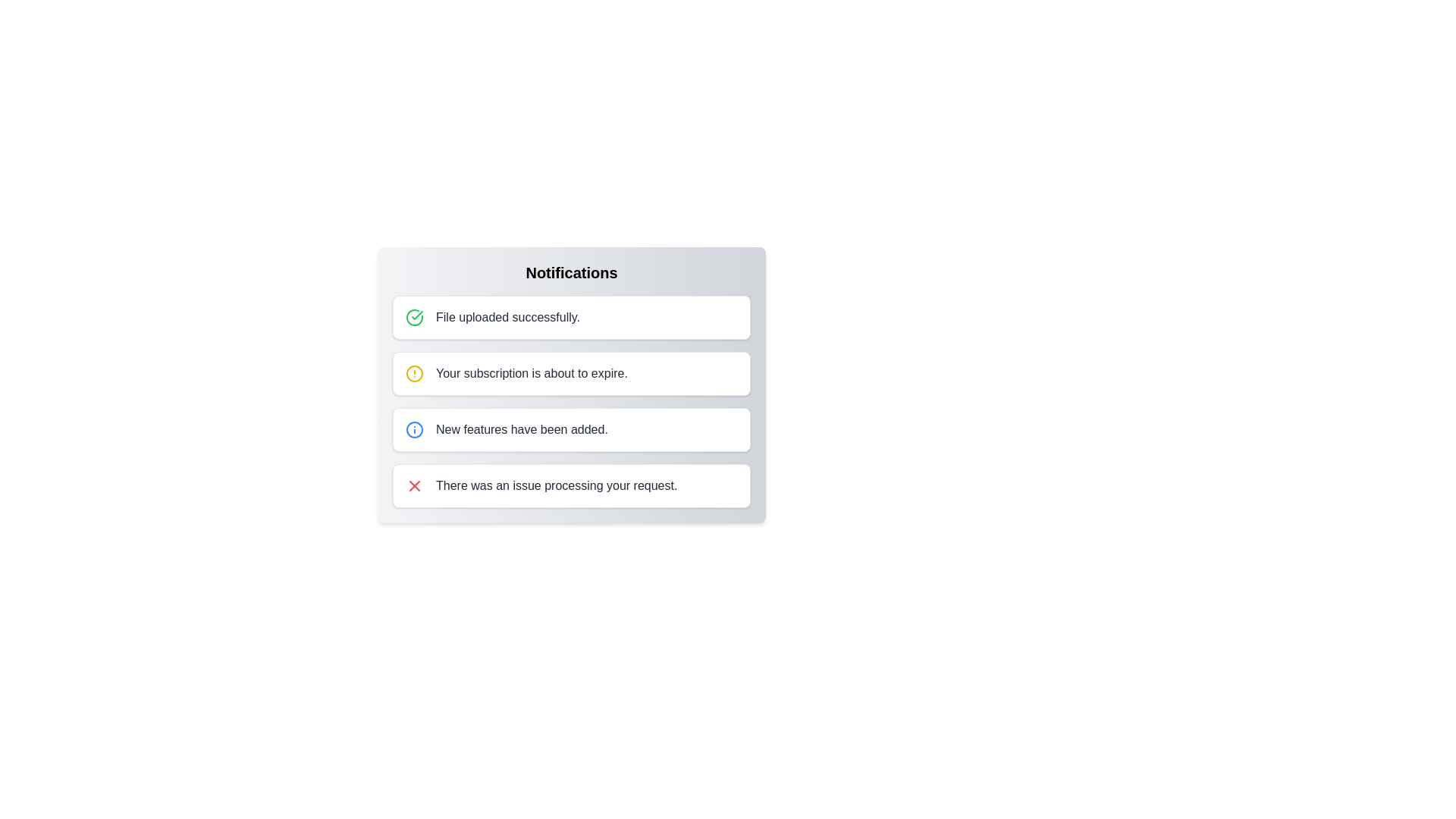  Describe the element at coordinates (570, 400) in the screenshot. I see `the notification card within the notifications panel, which is centrally located and contains multiple distinct cards` at that location.